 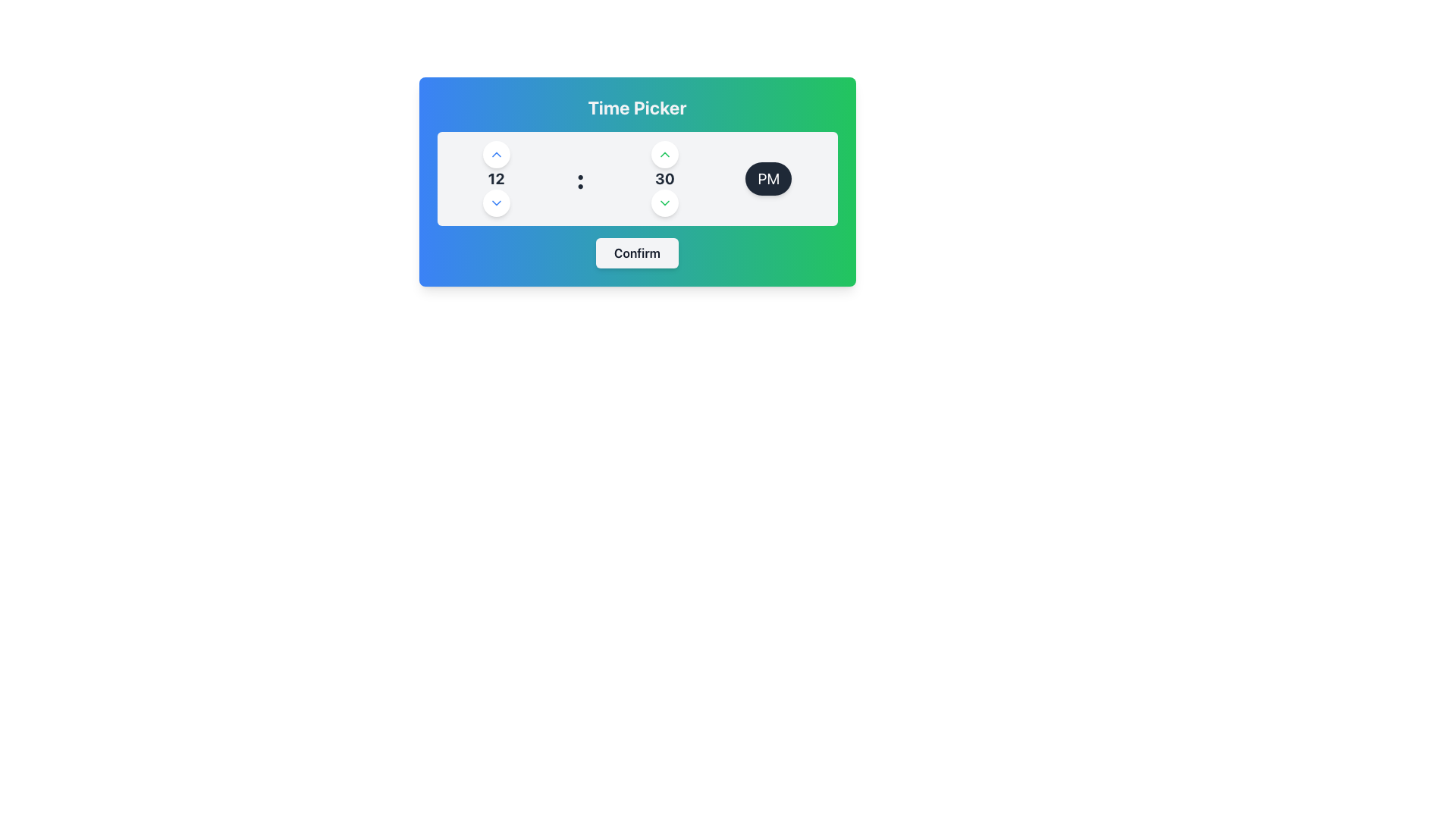 What do you see at coordinates (665, 177) in the screenshot?
I see `the static text element displaying '30', which is part of the time picker interface representing the minutes field, located in the middle-right section between the hours field and the AM/PM selector` at bounding box center [665, 177].